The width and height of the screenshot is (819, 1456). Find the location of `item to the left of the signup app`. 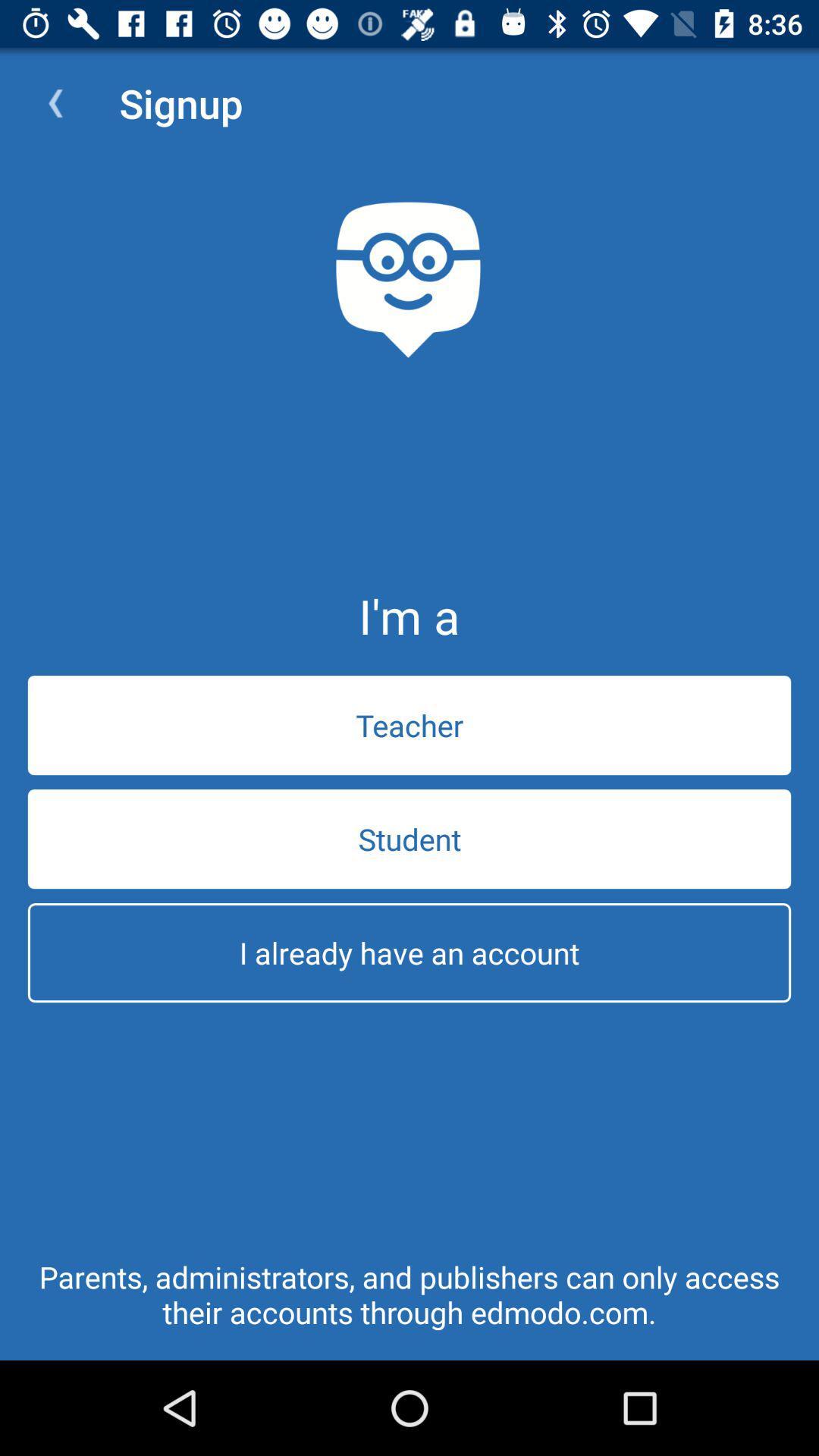

item to the left of the signup app is located at coordinates (55, 102).